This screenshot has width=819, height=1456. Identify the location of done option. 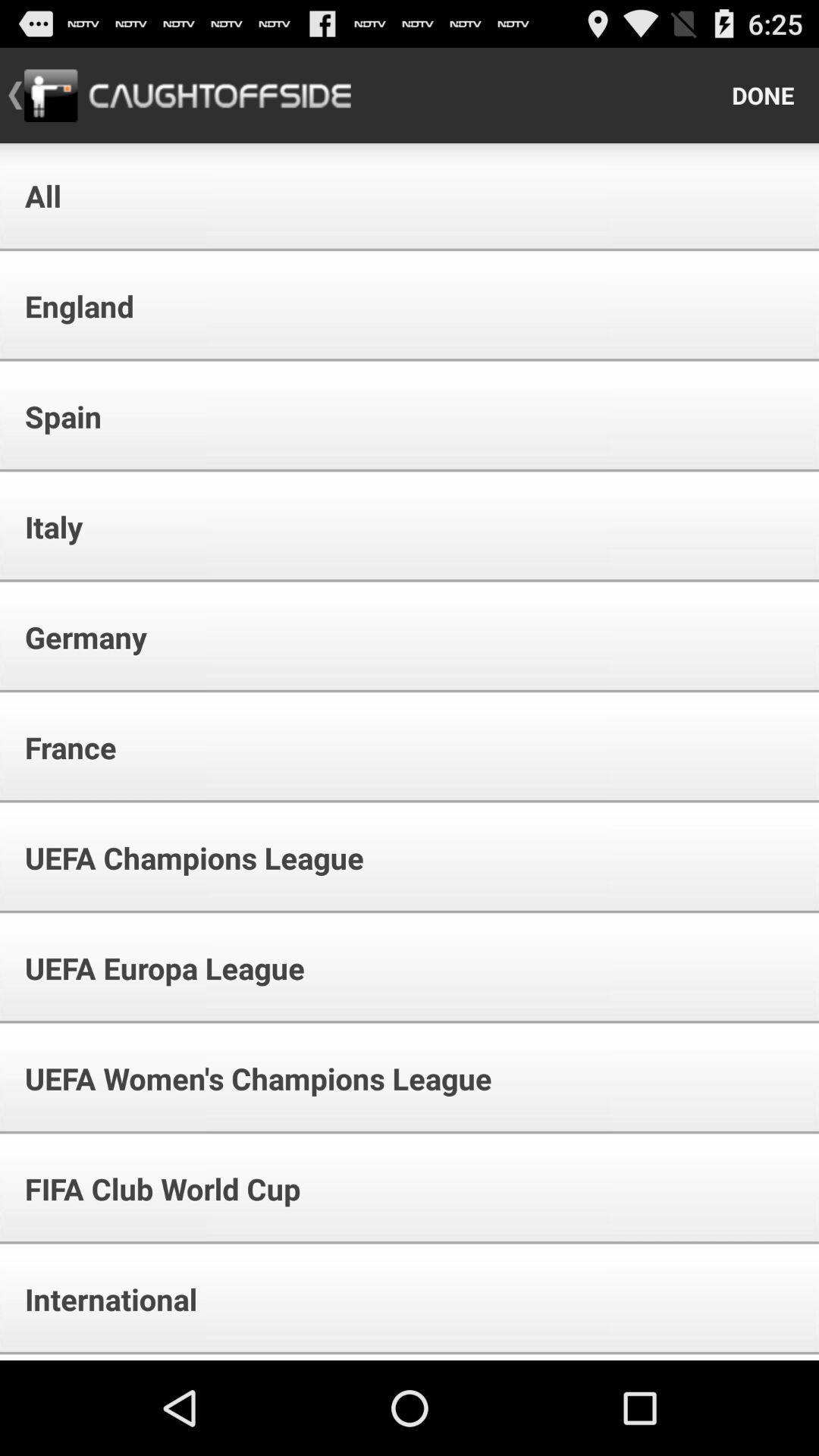
(763, 94).